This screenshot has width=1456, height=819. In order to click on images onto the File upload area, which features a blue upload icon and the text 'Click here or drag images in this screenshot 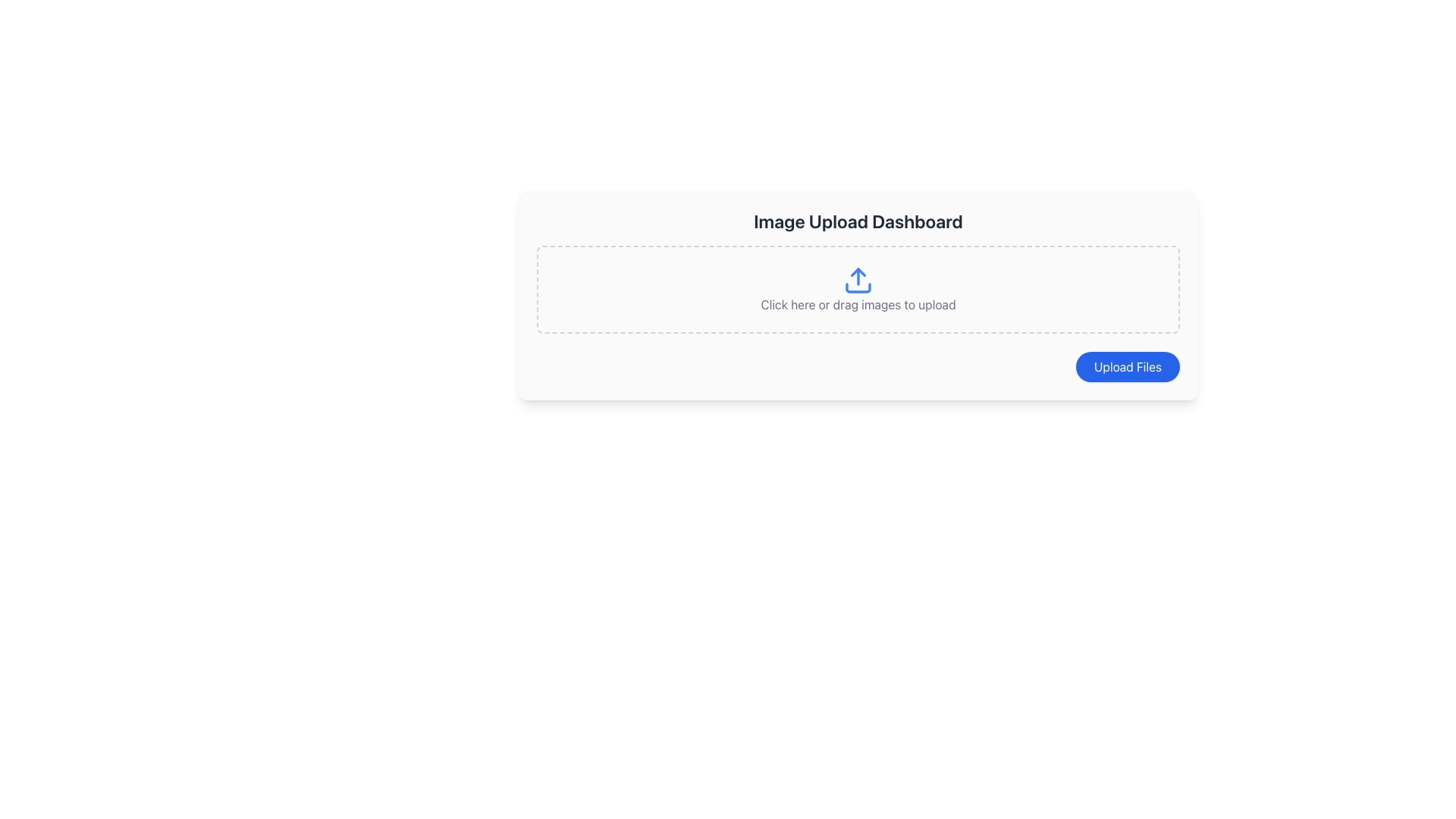, I will do `click(858, 289)`.